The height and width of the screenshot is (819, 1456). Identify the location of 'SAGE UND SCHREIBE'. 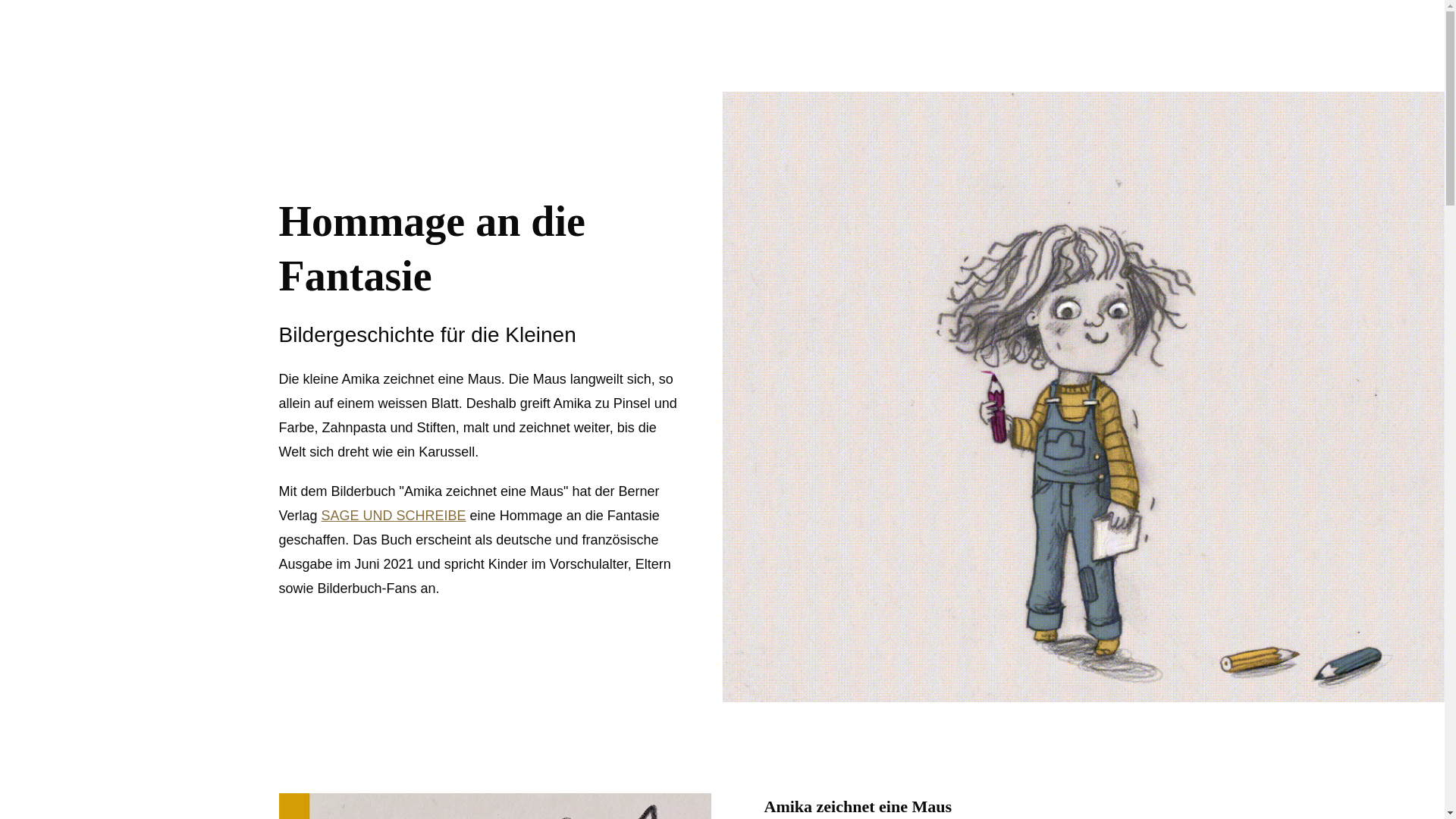
(320, 514).